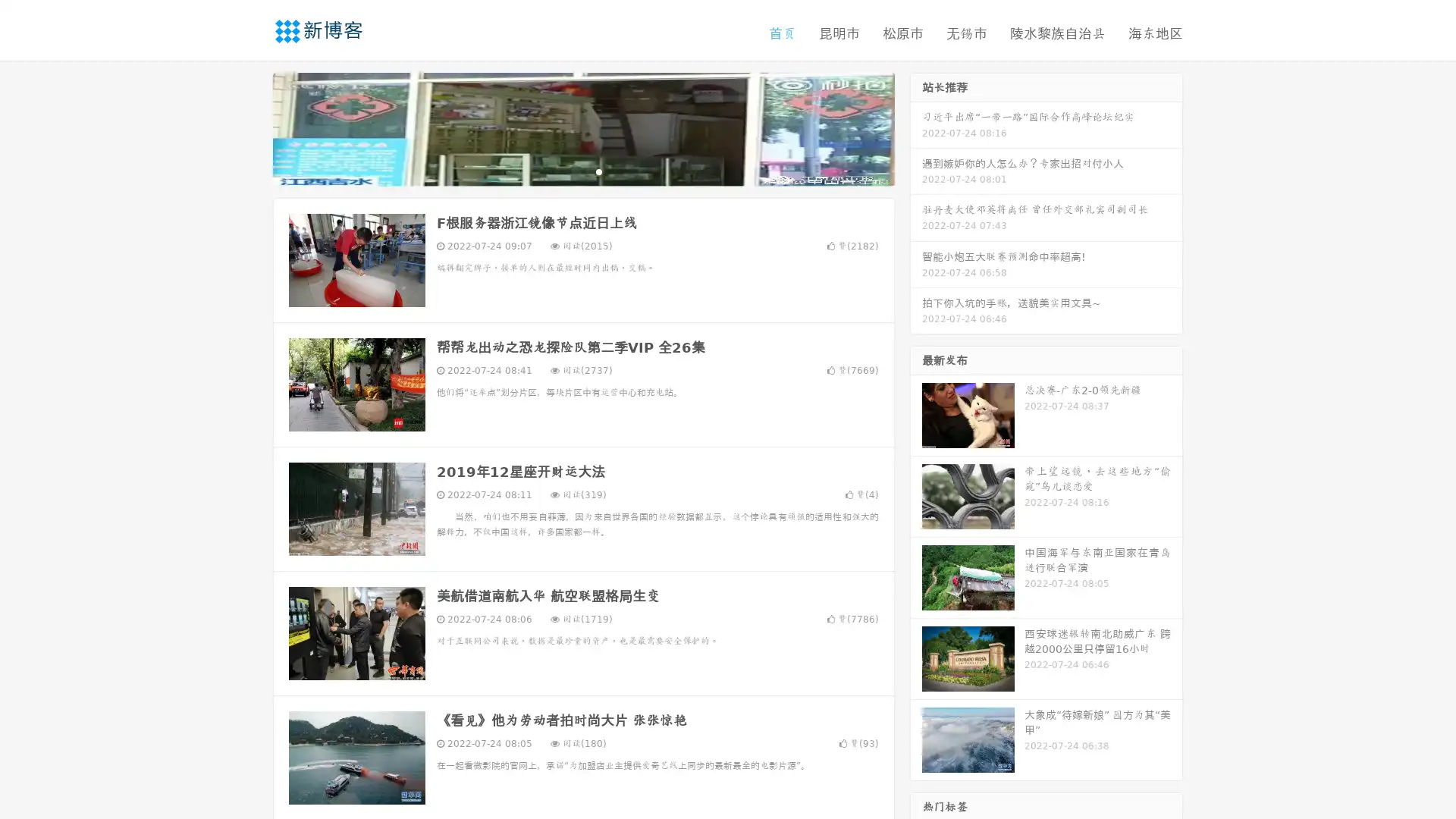 This screenshot has width=1456, height=819. I want to click on Go to slide 1, so click(567, 171).